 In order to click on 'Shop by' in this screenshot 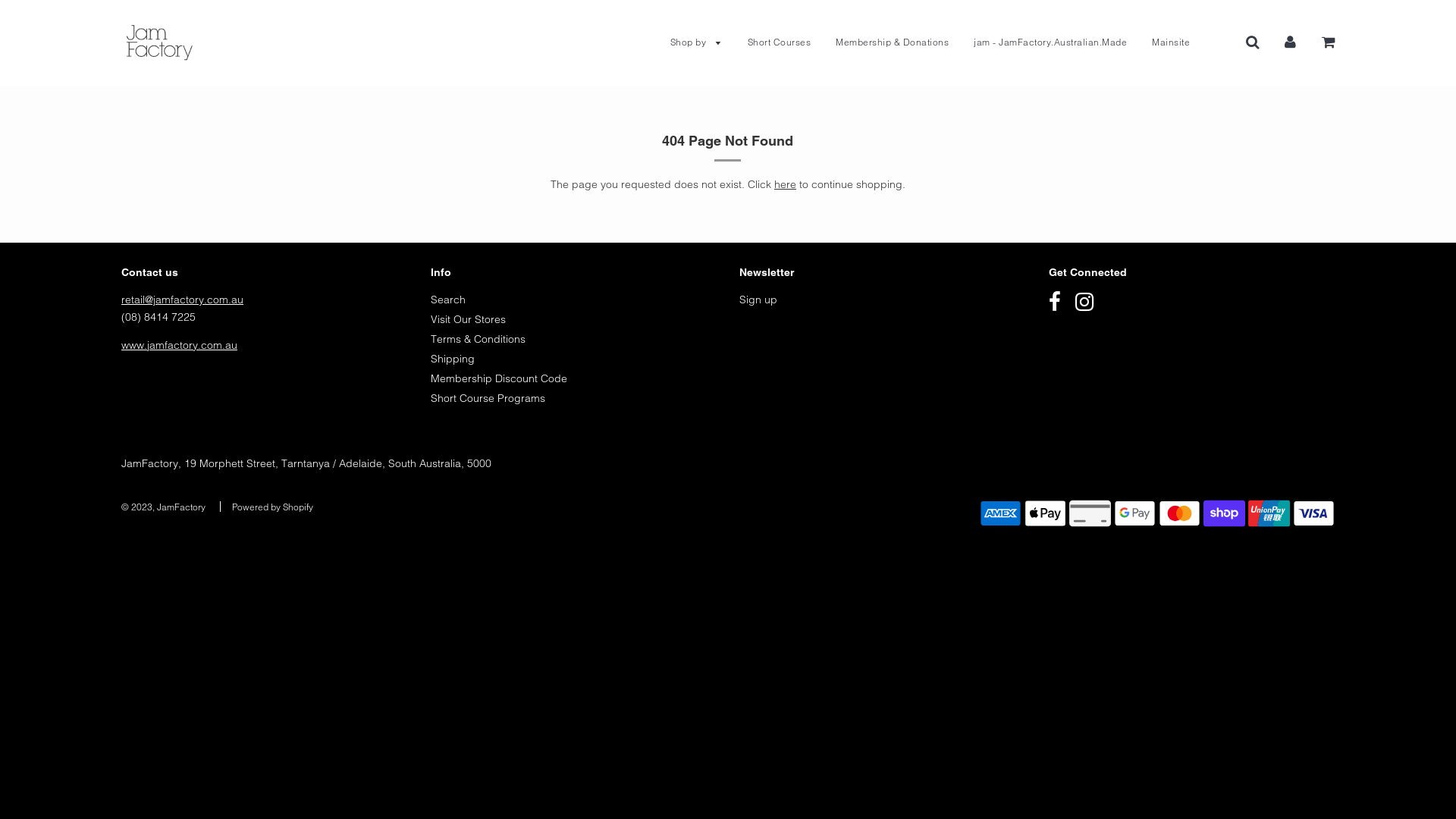, I will do `click(695, 42)`.